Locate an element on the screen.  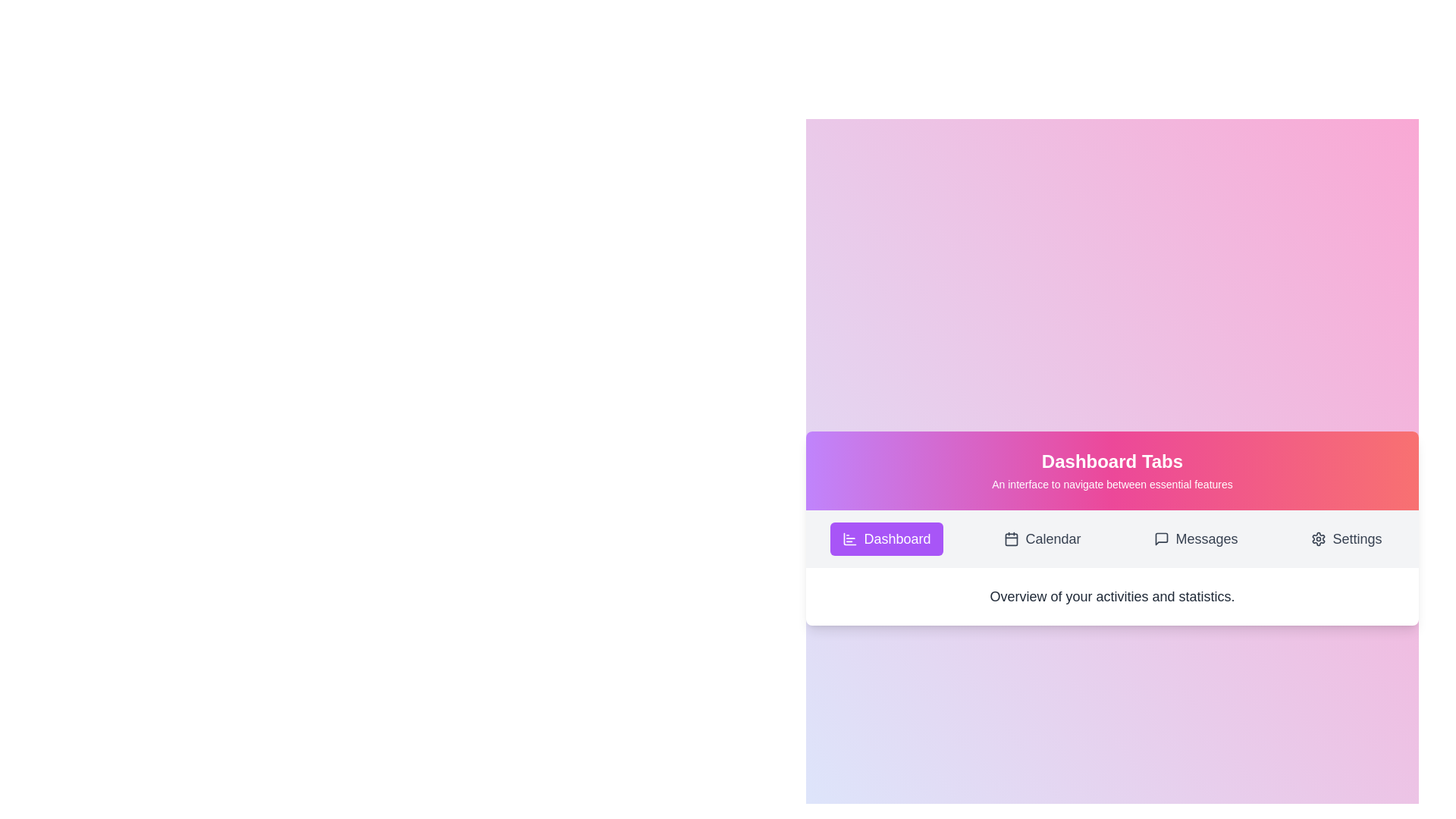
the 'Settings' tab, which is the last option in the horizontal navigation bar is located at coordinates (1347, 538).